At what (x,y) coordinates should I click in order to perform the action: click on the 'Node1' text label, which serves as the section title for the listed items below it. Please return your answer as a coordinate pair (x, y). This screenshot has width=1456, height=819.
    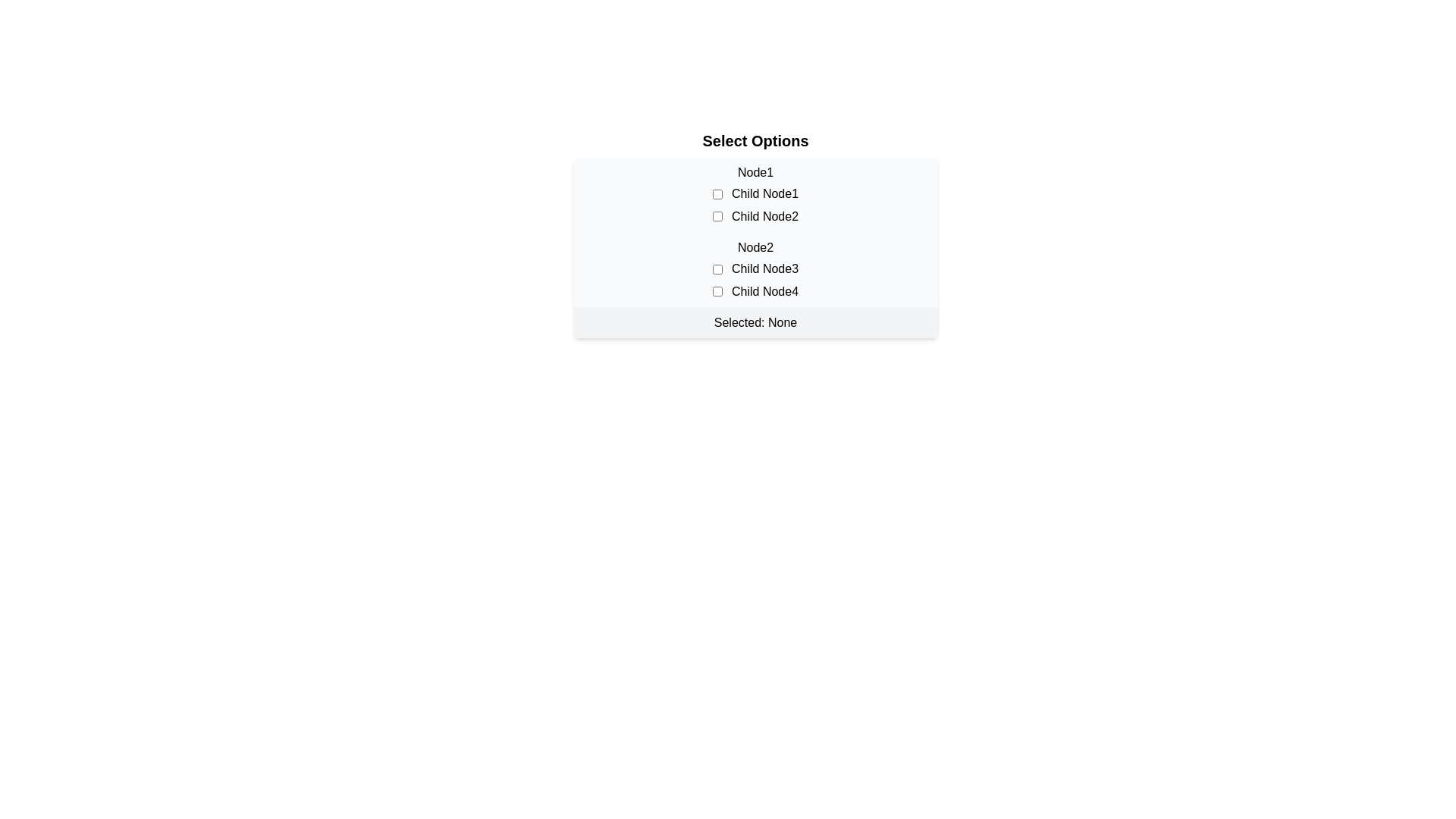
    Looking at the image, I should click on (755, 171).